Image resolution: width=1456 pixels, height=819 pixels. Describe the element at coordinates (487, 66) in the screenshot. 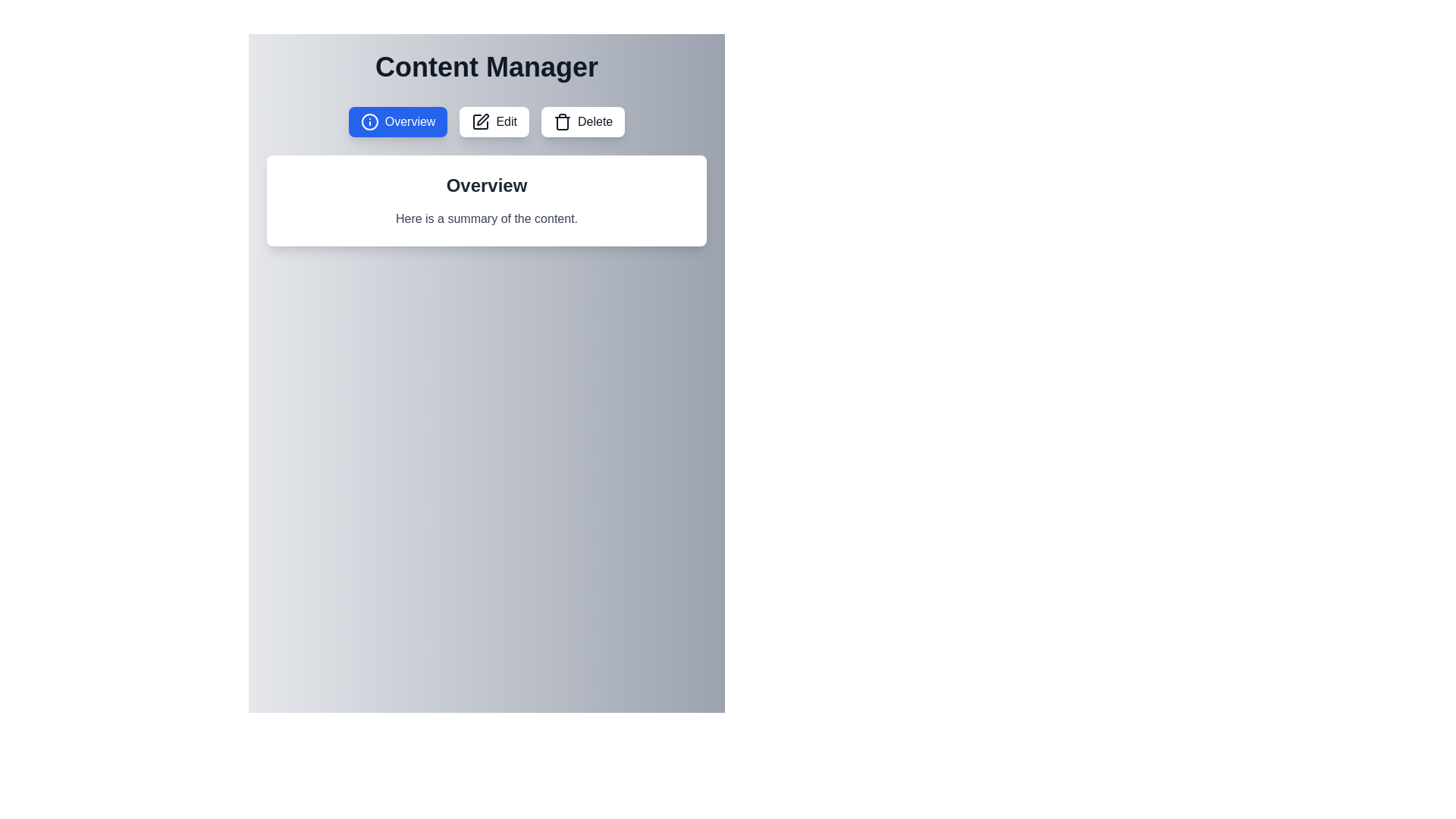

I see `the title text 'Content Manager' to focus on it` at that location.